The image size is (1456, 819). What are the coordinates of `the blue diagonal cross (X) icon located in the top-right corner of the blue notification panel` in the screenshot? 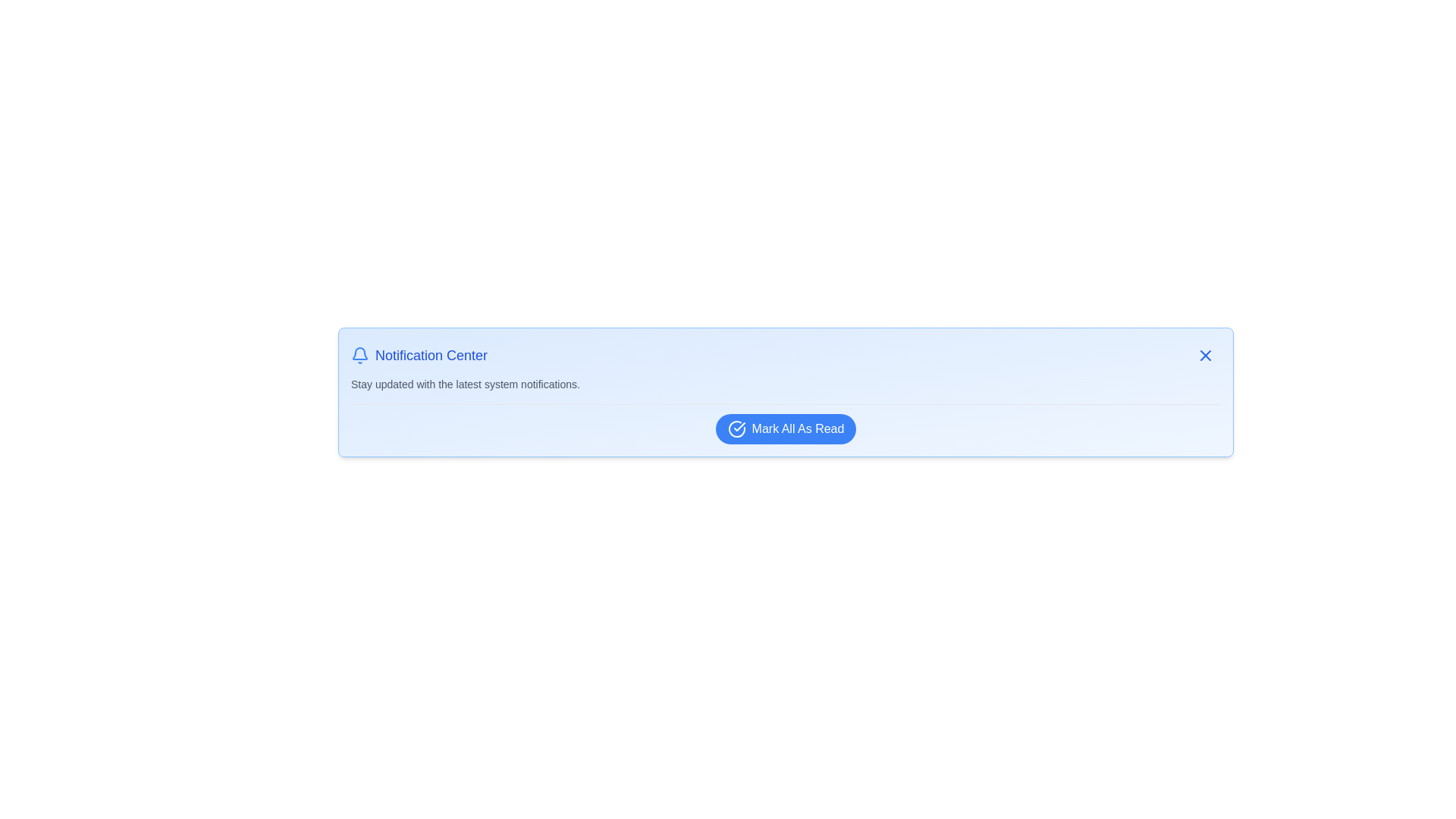 It's located at (1204, 356).